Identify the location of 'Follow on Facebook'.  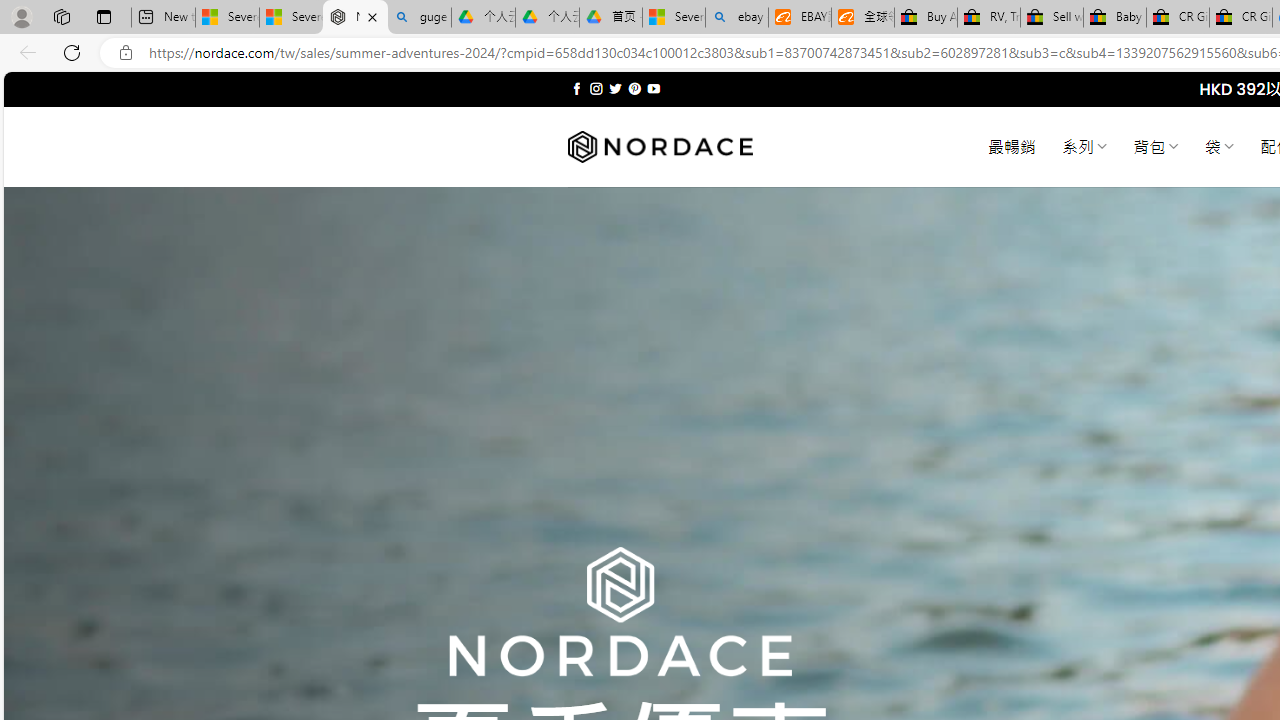
(576, 88).